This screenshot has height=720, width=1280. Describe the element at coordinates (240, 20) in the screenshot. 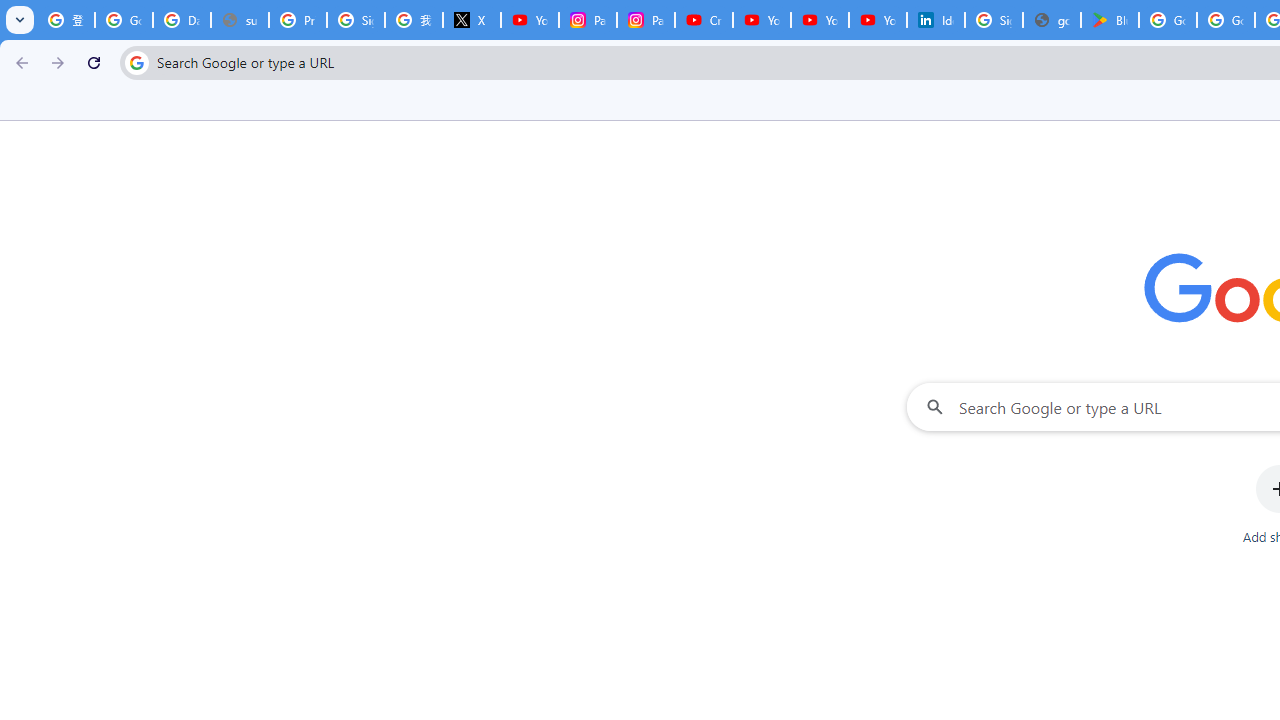

I see `'support.google.com - Network error'` at that location.